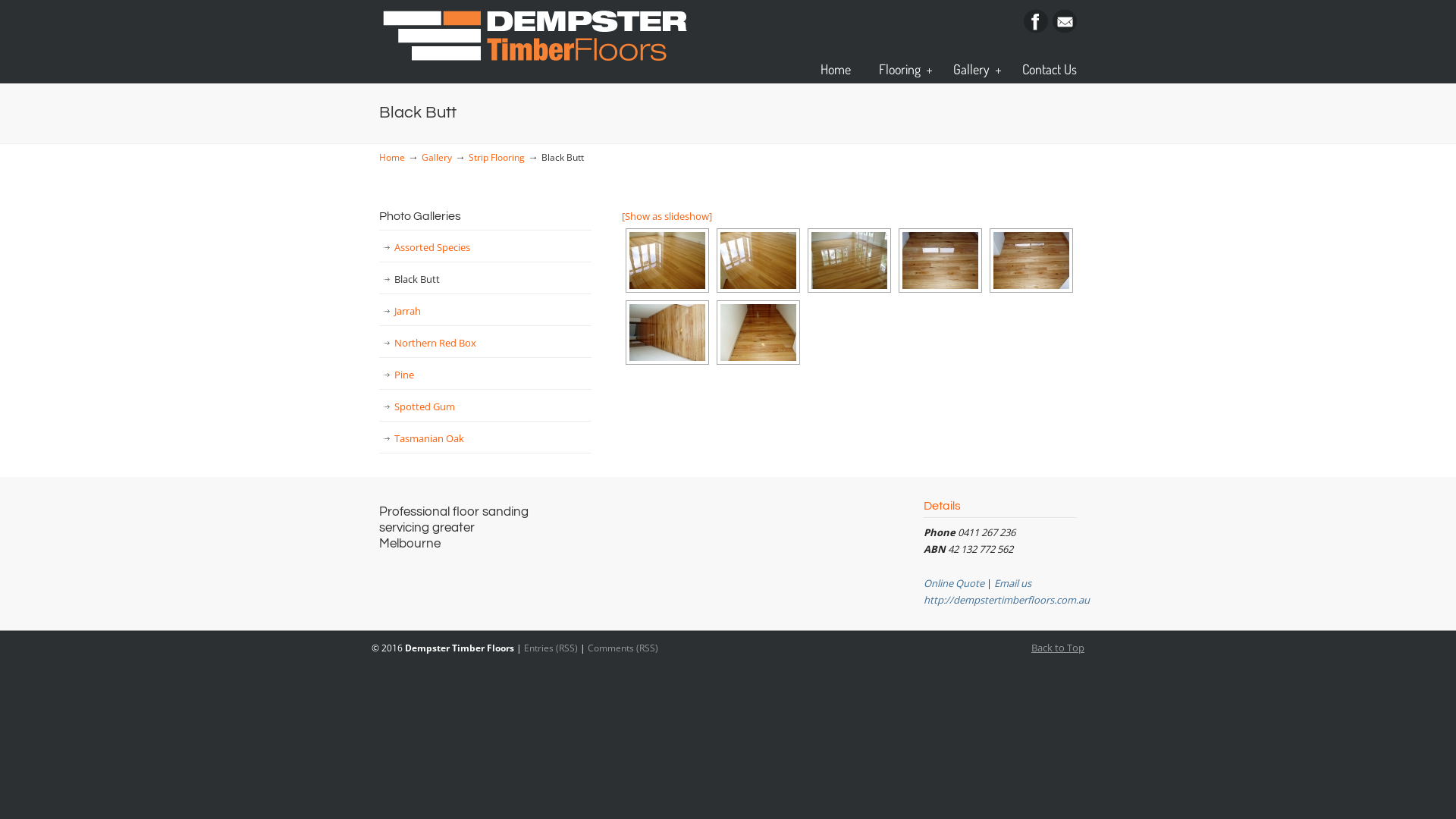 This screenshot has width=1456, height=819. Describe the element at coordinates (484, 438) in the screenshot. I see `'Tasmanian Oak'` at that location.